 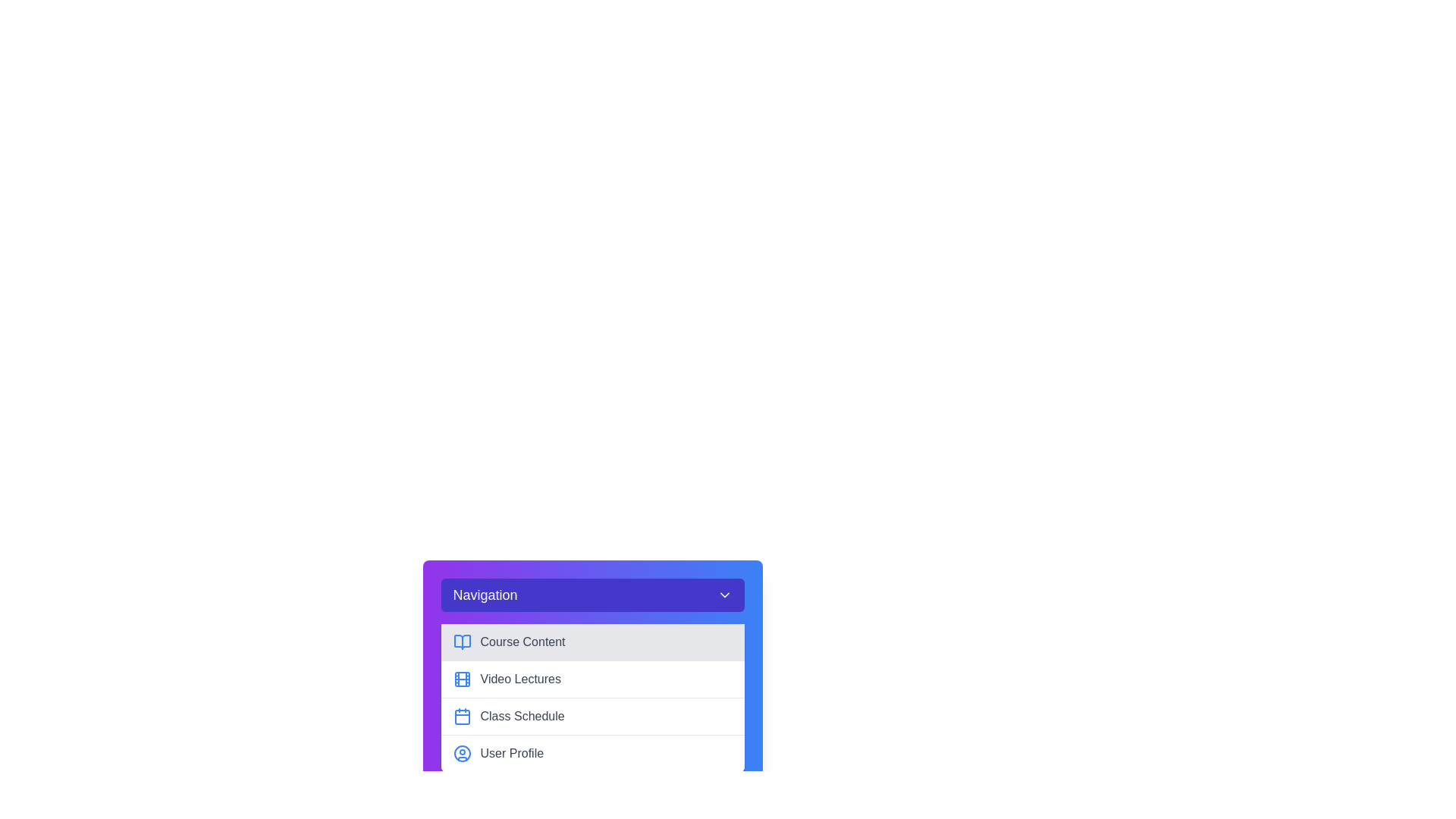 What do you see at coordinates (461, 642) in the screenshot?
I see `the 'Course Content' icon located in the navigation panel for accessibility tools` at bounding box center [461, 642].